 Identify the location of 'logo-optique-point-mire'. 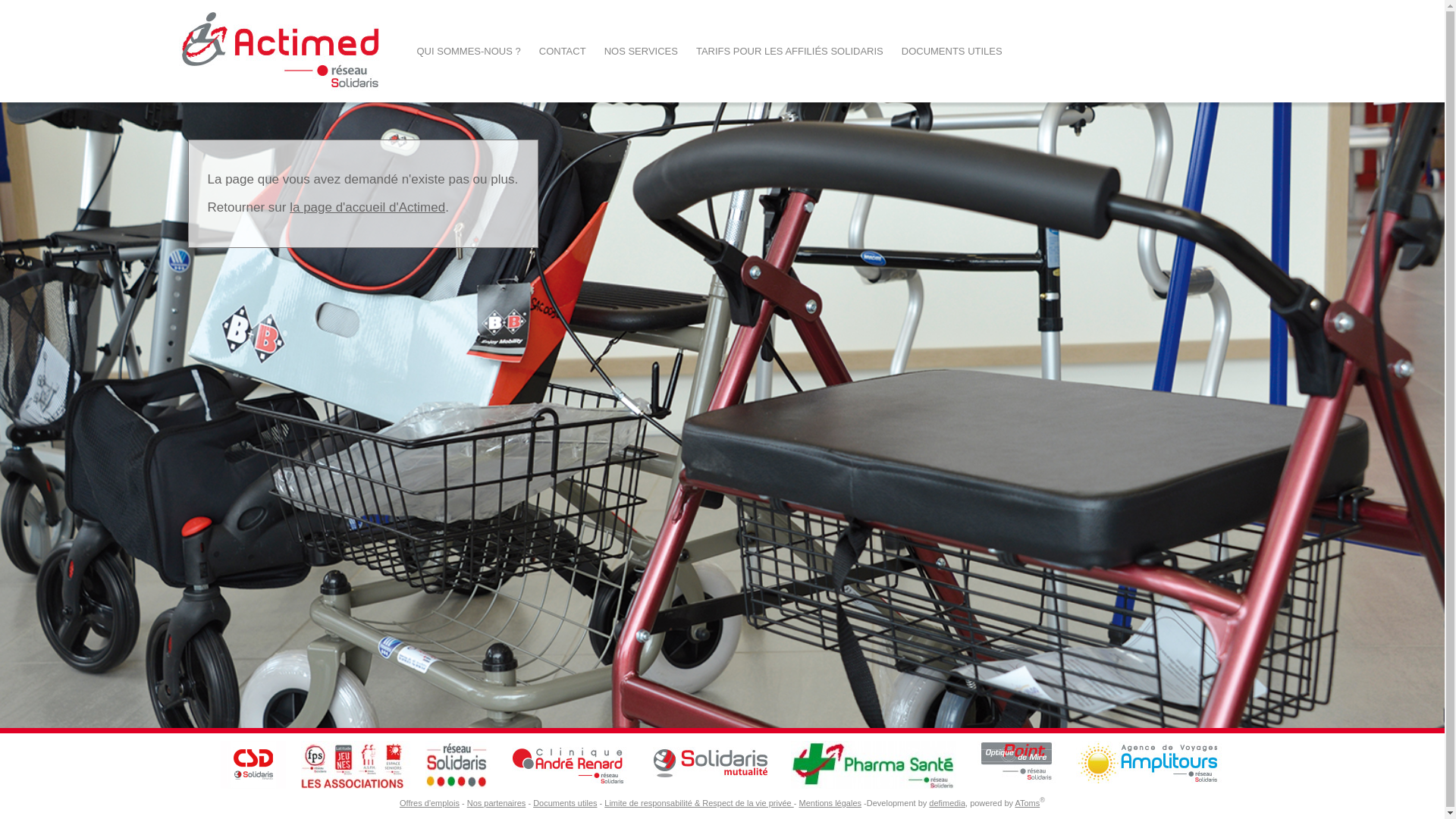
(1015, 764).